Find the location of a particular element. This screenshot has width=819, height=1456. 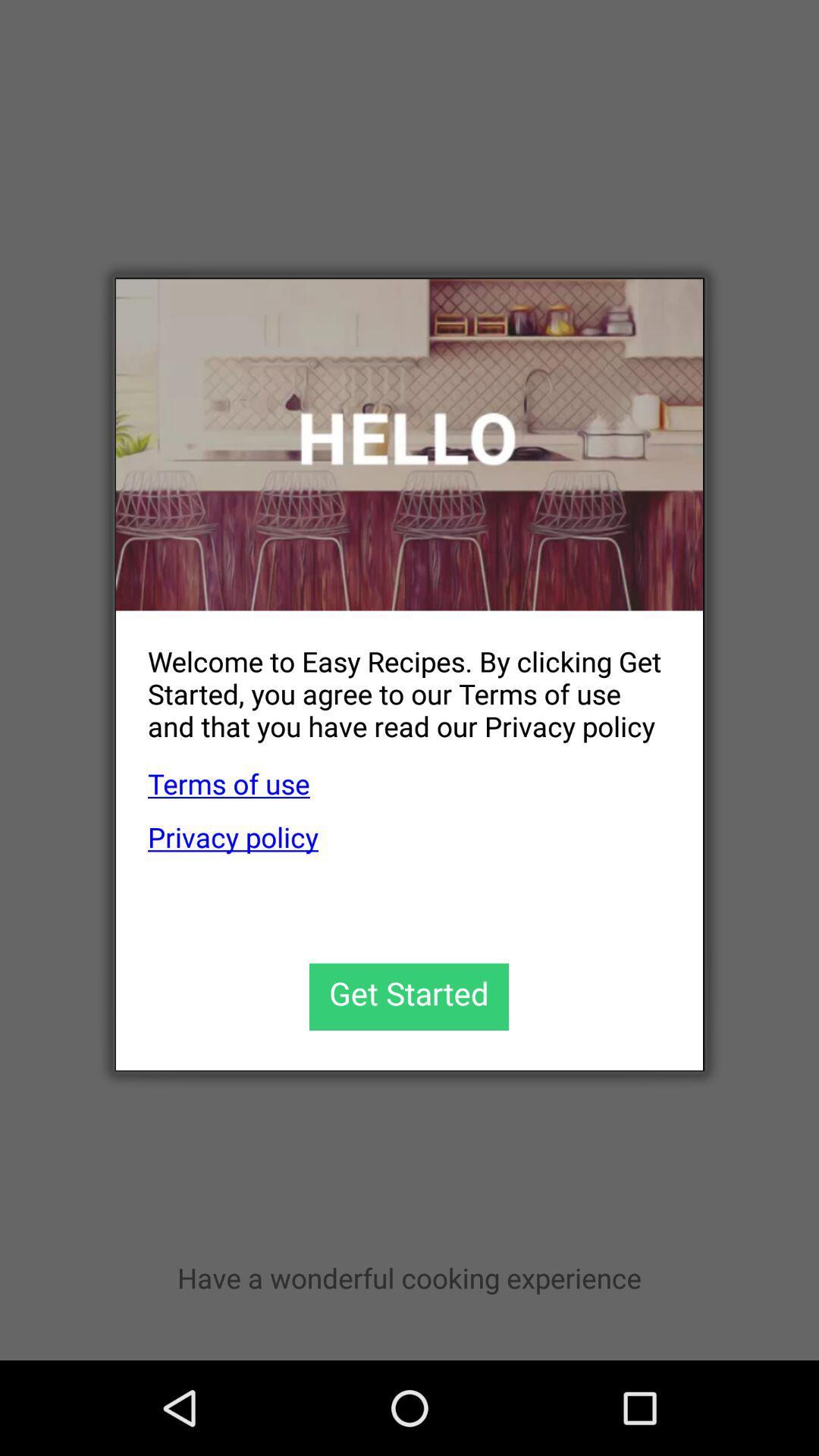

icon below the privacy policy item is located at coordinates (408, 996).